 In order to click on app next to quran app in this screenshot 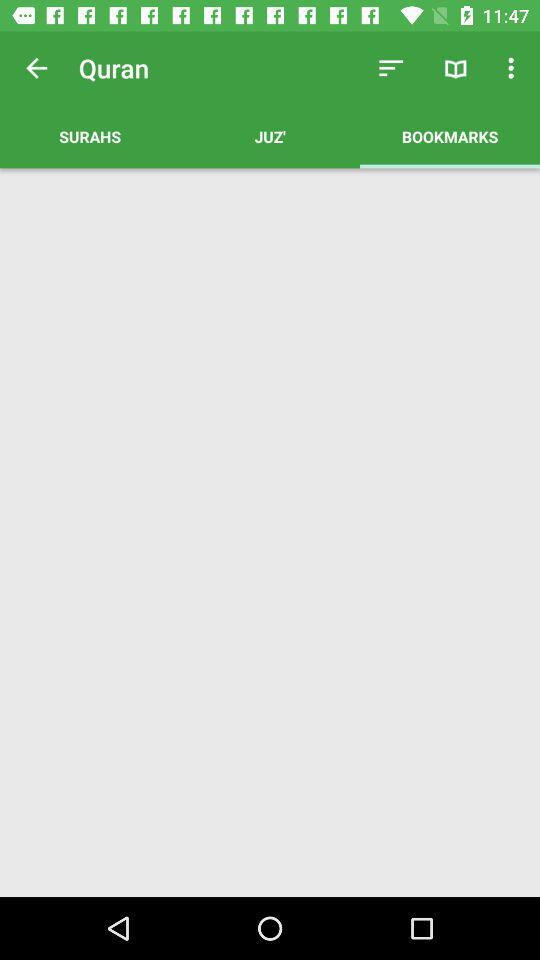, I will do `click(36, 68)`.